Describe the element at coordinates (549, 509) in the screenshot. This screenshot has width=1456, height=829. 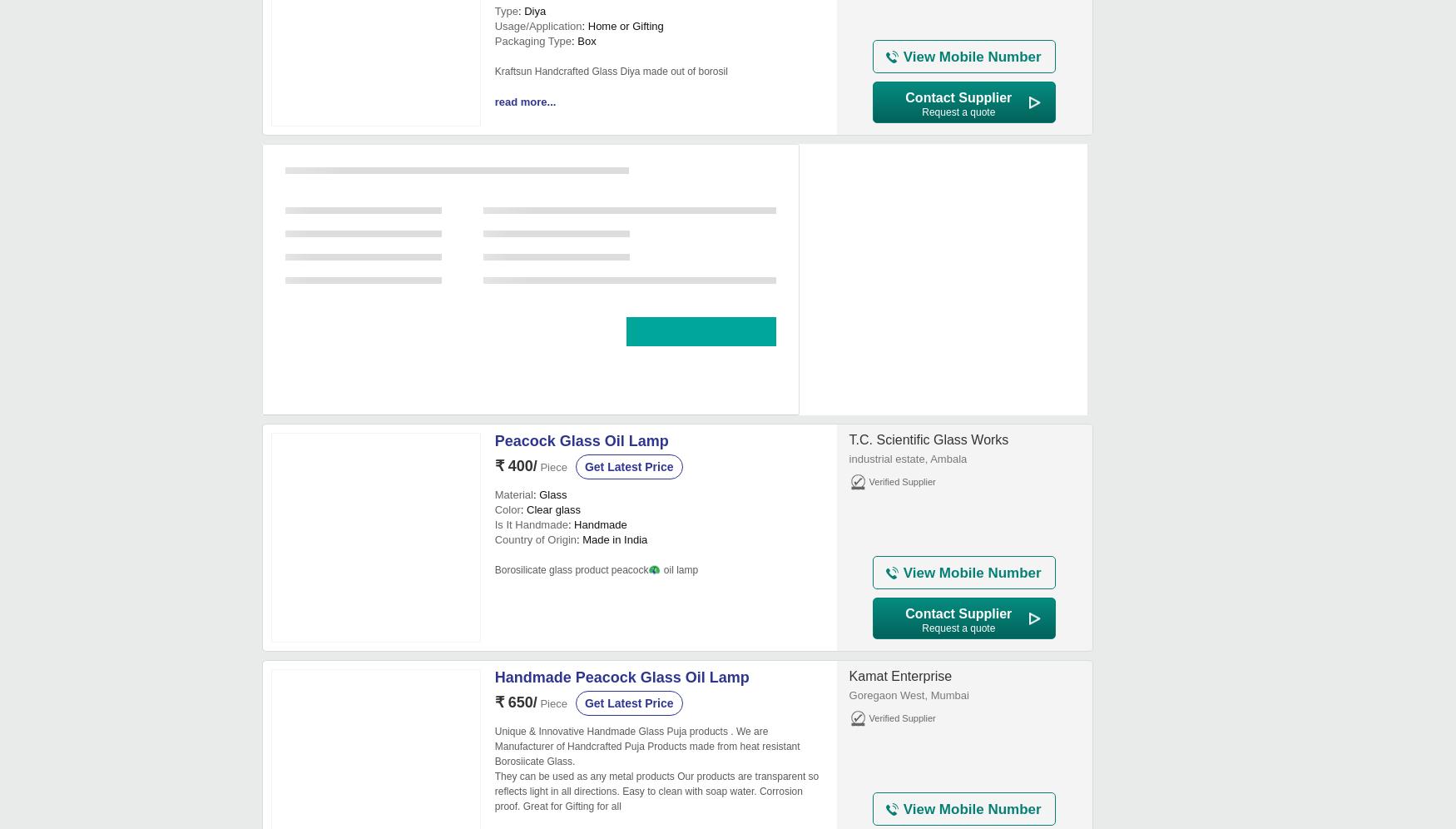
I see `':  Clear glass'` at that location.